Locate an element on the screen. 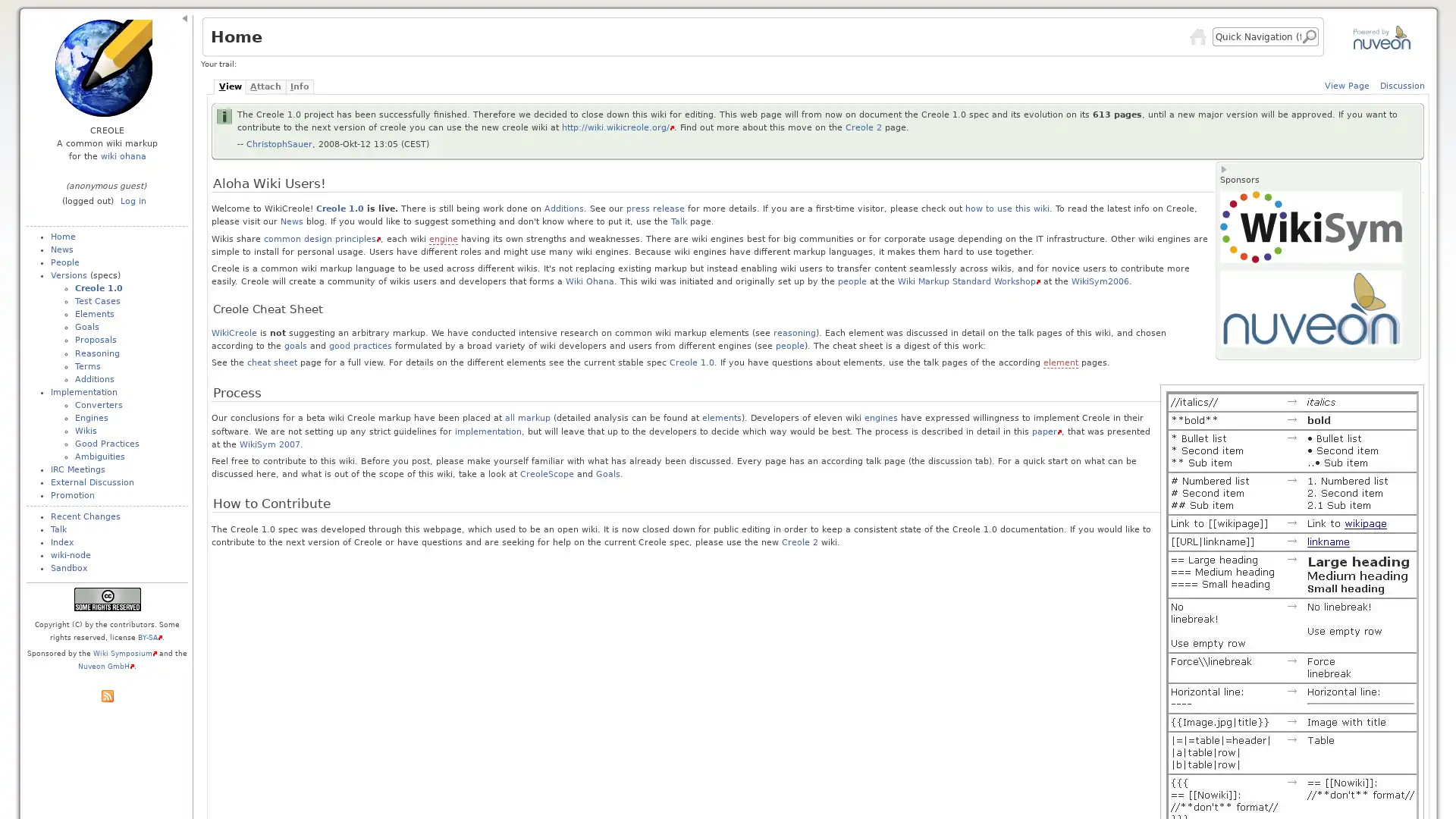 This screenshot has width=1456, height=819. Go! is located at coordinates (1310, 35).